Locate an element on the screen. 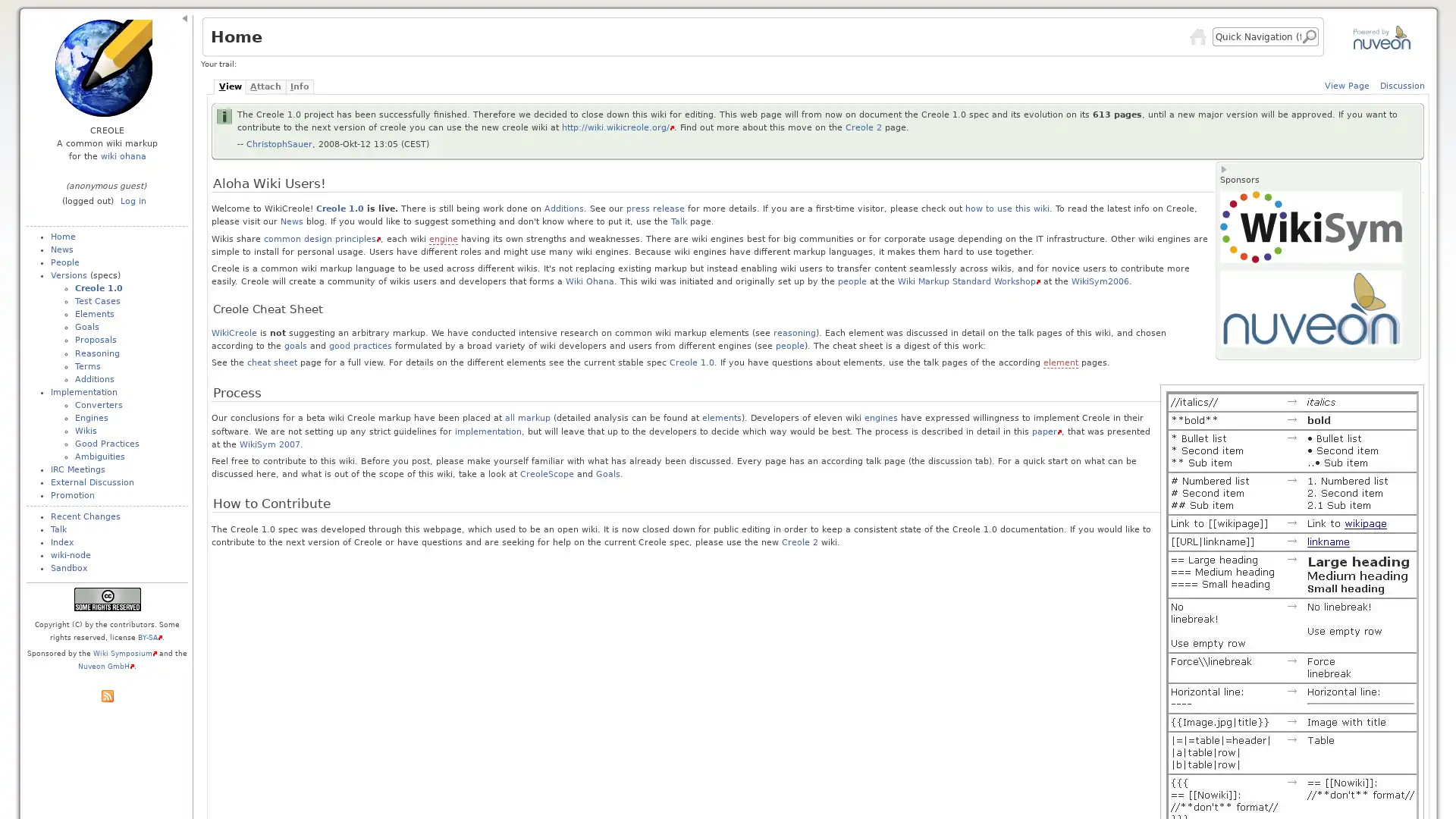 This screenshot has width=1456, height=819. Go! is located at coordinates (1310, 35).